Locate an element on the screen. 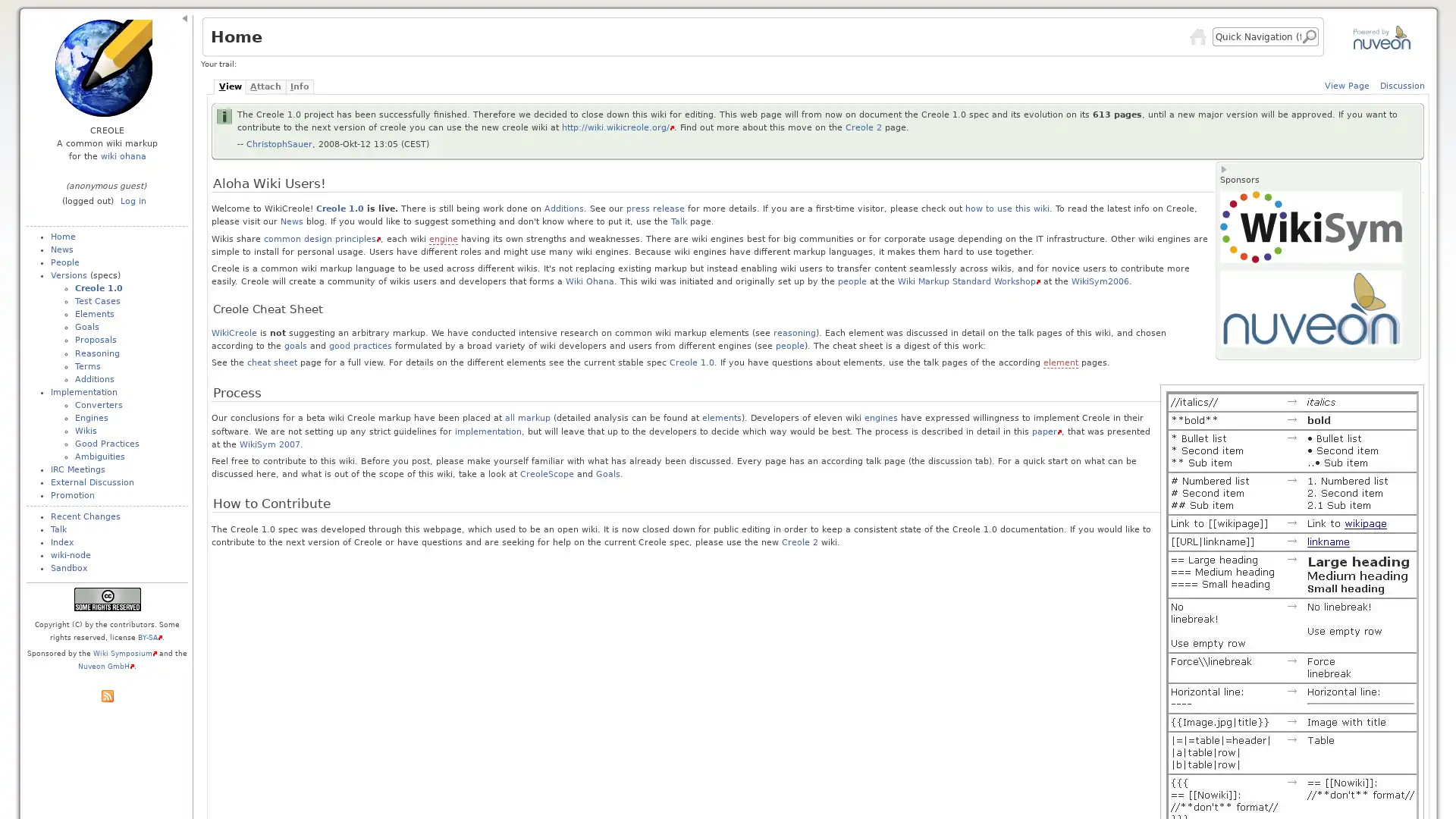 This screenshot has width=1456, height=819. Go! is located at coordinates (1310, 35).